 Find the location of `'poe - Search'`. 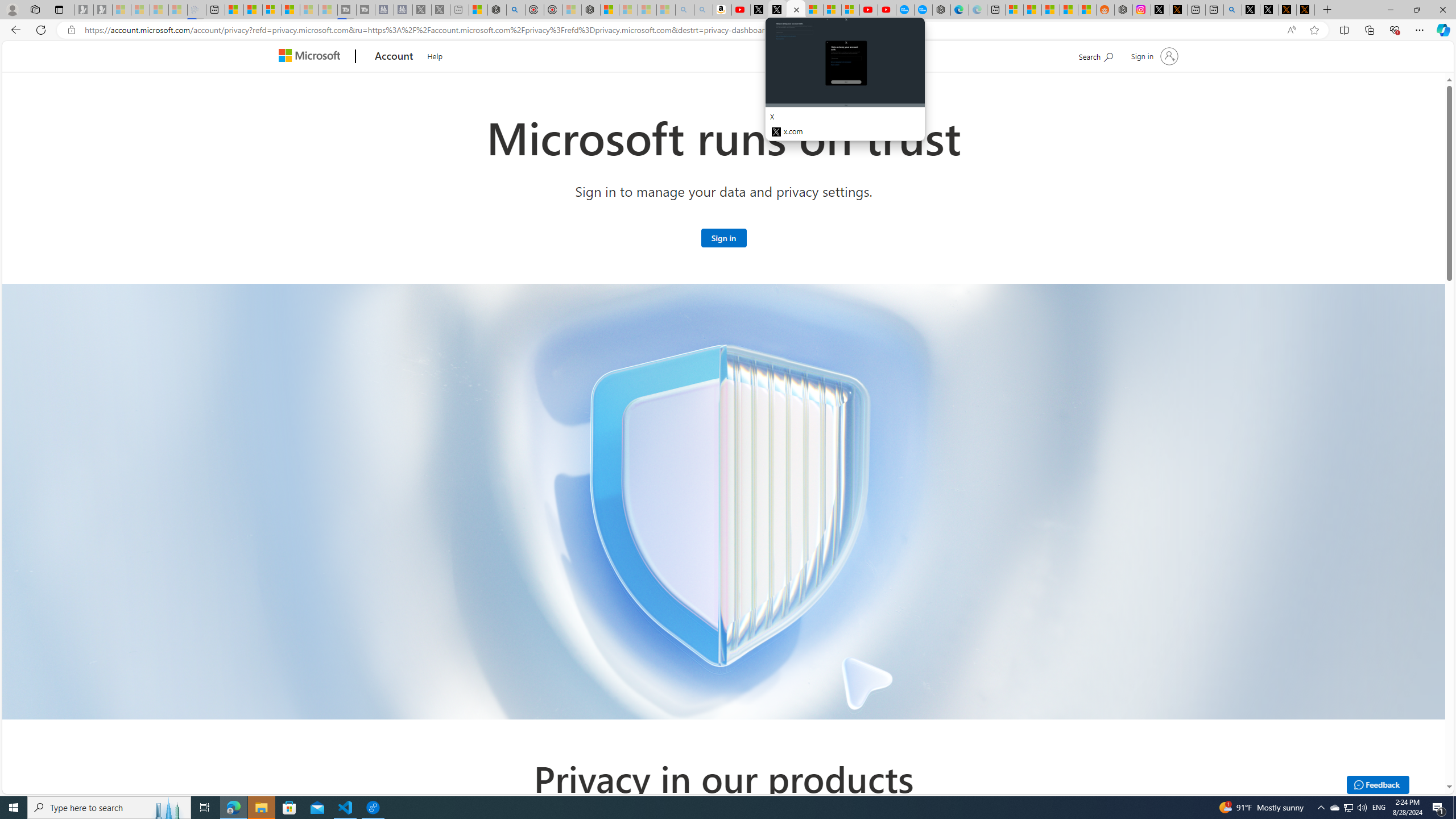

'poe - Search' is located at coordinates (515, 9).